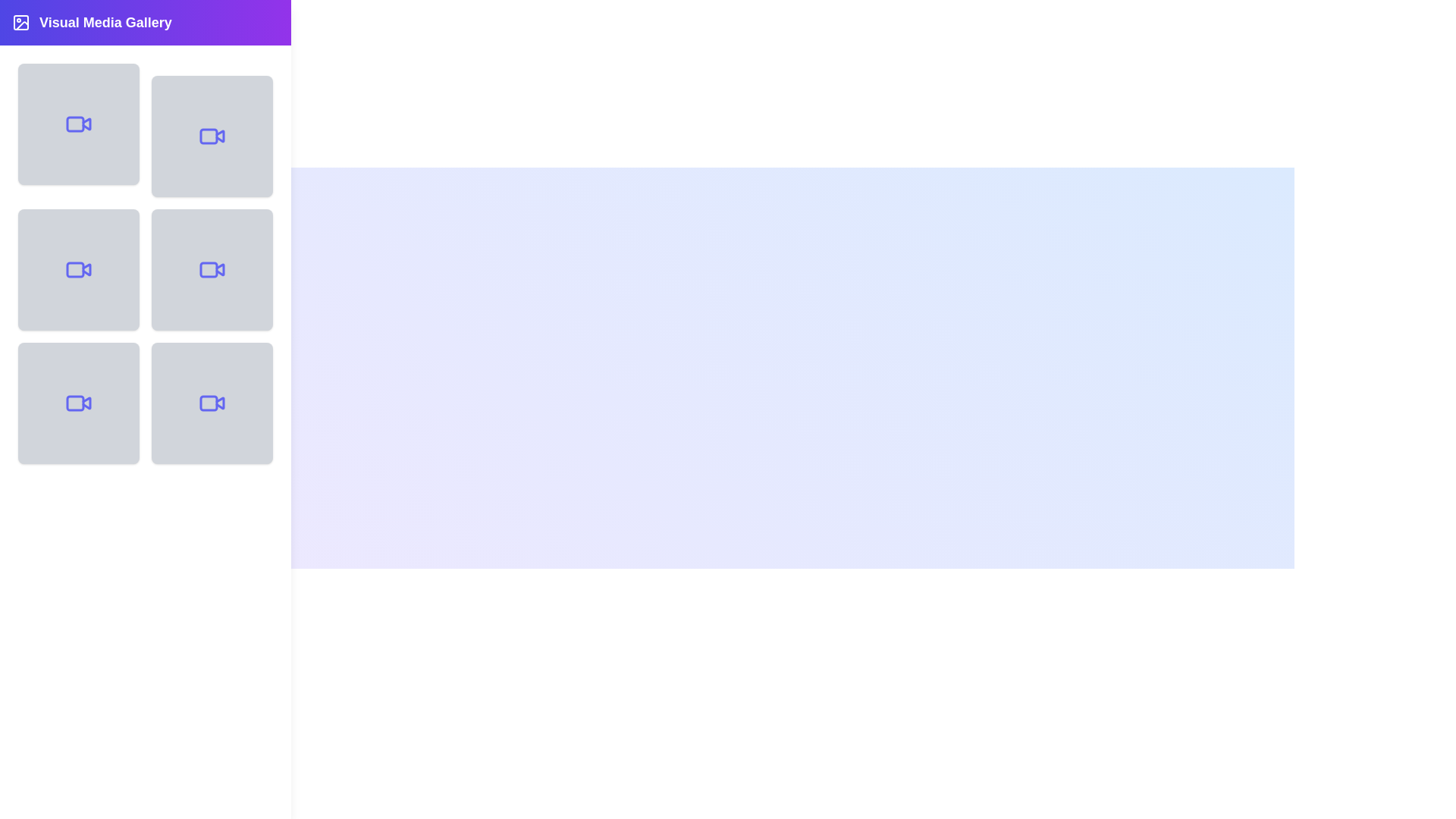  I want to click on the toggle button to toggle the visibility of the media gallery drawer, so click(33, 34).